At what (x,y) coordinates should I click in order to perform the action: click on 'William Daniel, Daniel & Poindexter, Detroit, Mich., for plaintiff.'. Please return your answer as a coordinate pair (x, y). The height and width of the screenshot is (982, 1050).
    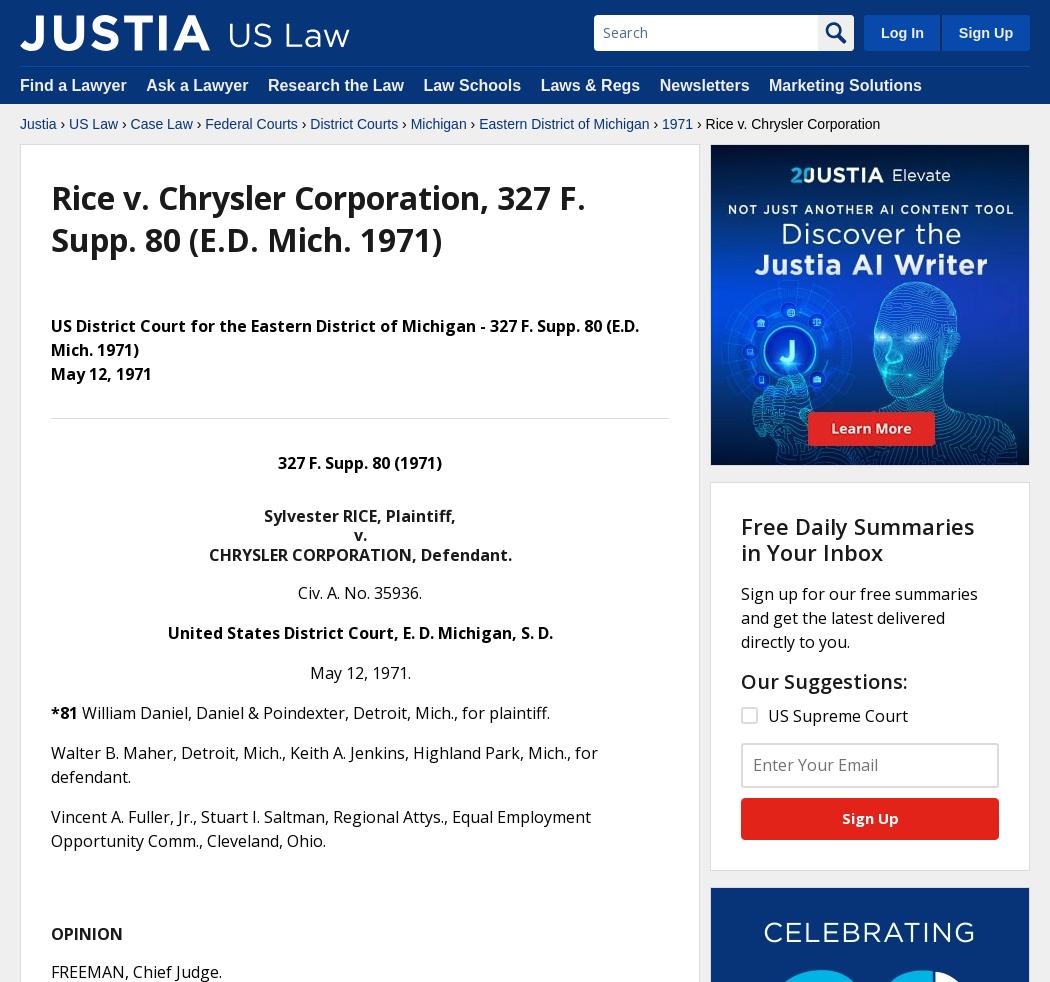
    Looking at the image, I should click on (313, 711).